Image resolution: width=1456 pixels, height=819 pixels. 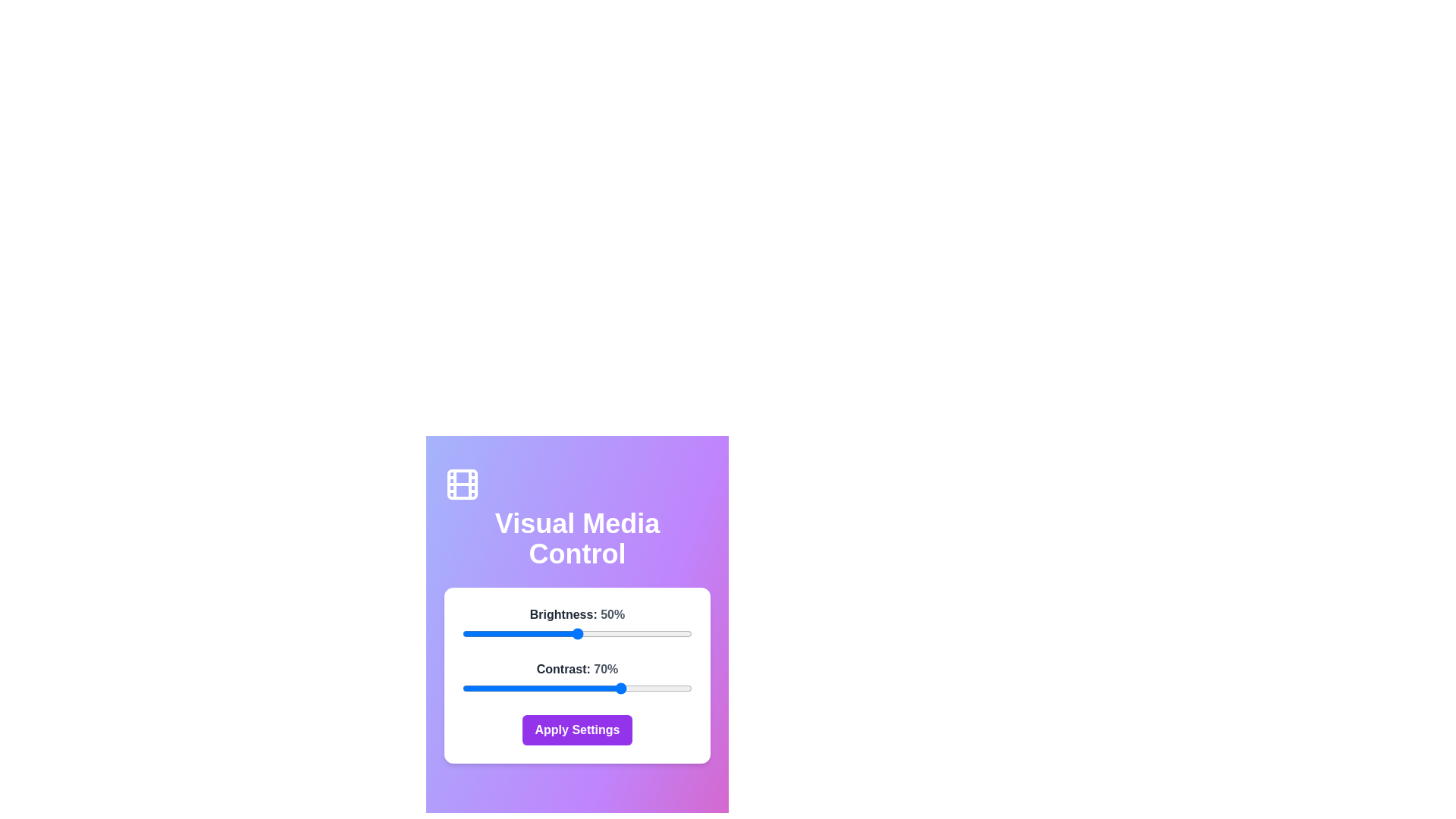 What do you see at coordinates (662, 634) in the screenshot?
I see `the brightness slider to 87%` at bounding box center [662, 634].